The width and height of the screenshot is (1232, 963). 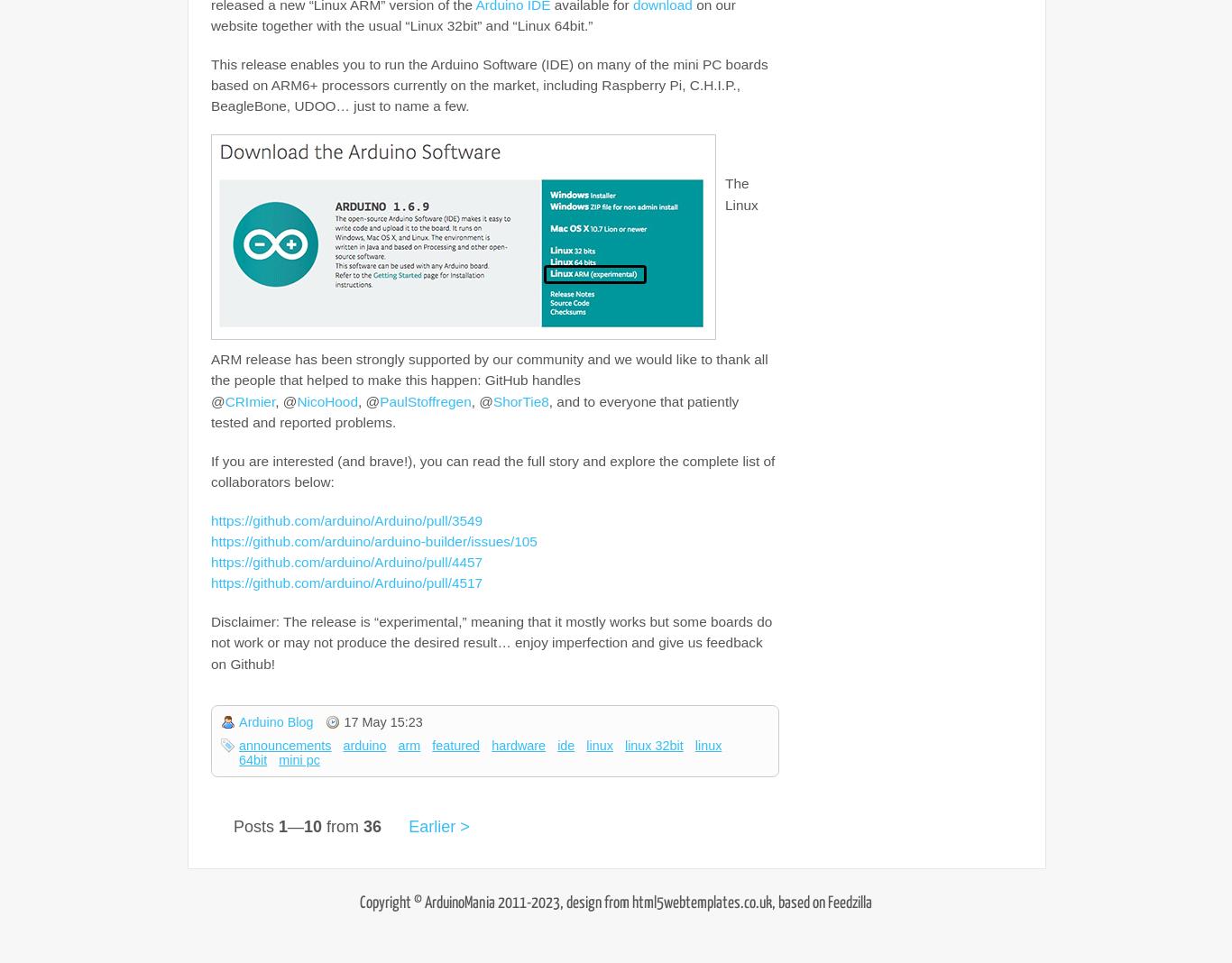 I want to click on 'from', so click(x=342, y=825).